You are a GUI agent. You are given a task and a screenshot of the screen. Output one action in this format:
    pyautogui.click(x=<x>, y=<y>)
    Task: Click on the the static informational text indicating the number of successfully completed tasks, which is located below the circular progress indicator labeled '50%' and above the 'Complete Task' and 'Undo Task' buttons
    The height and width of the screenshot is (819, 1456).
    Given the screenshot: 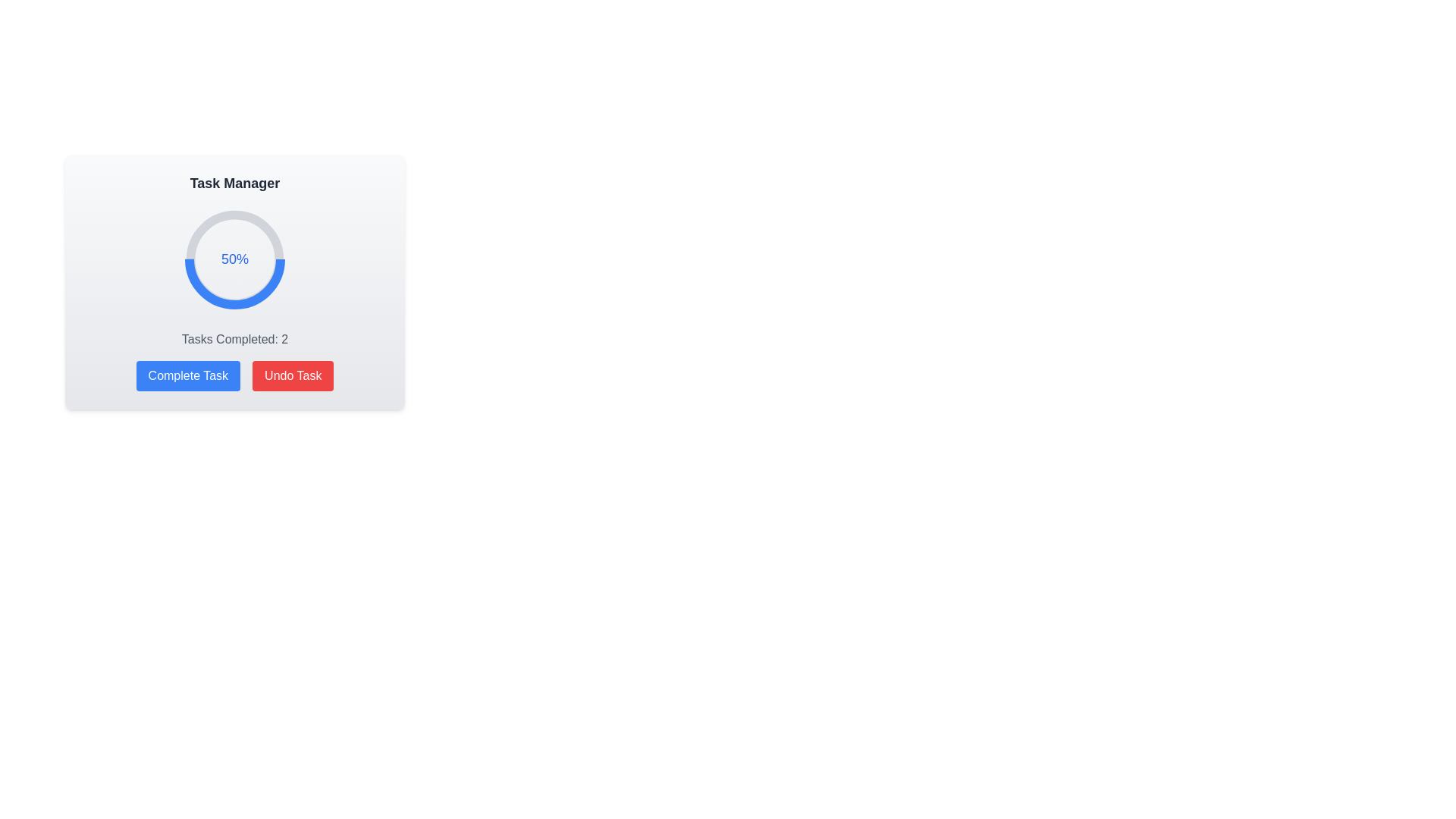 What is the action you would take?
    pyautogui.click(x=234, y=338)
    